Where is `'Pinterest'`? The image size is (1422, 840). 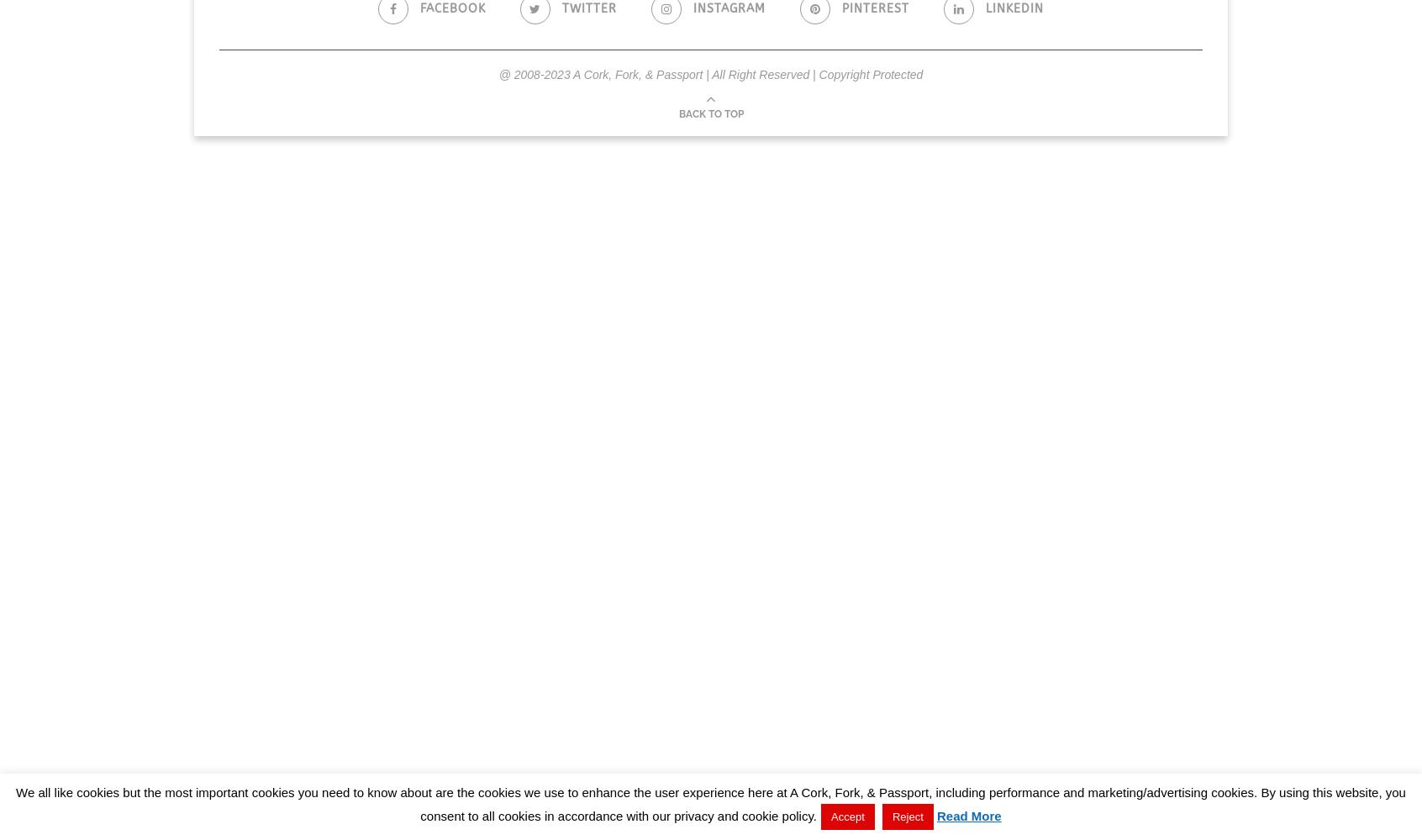 'Pinterest' is located at coordinates (841, 8).